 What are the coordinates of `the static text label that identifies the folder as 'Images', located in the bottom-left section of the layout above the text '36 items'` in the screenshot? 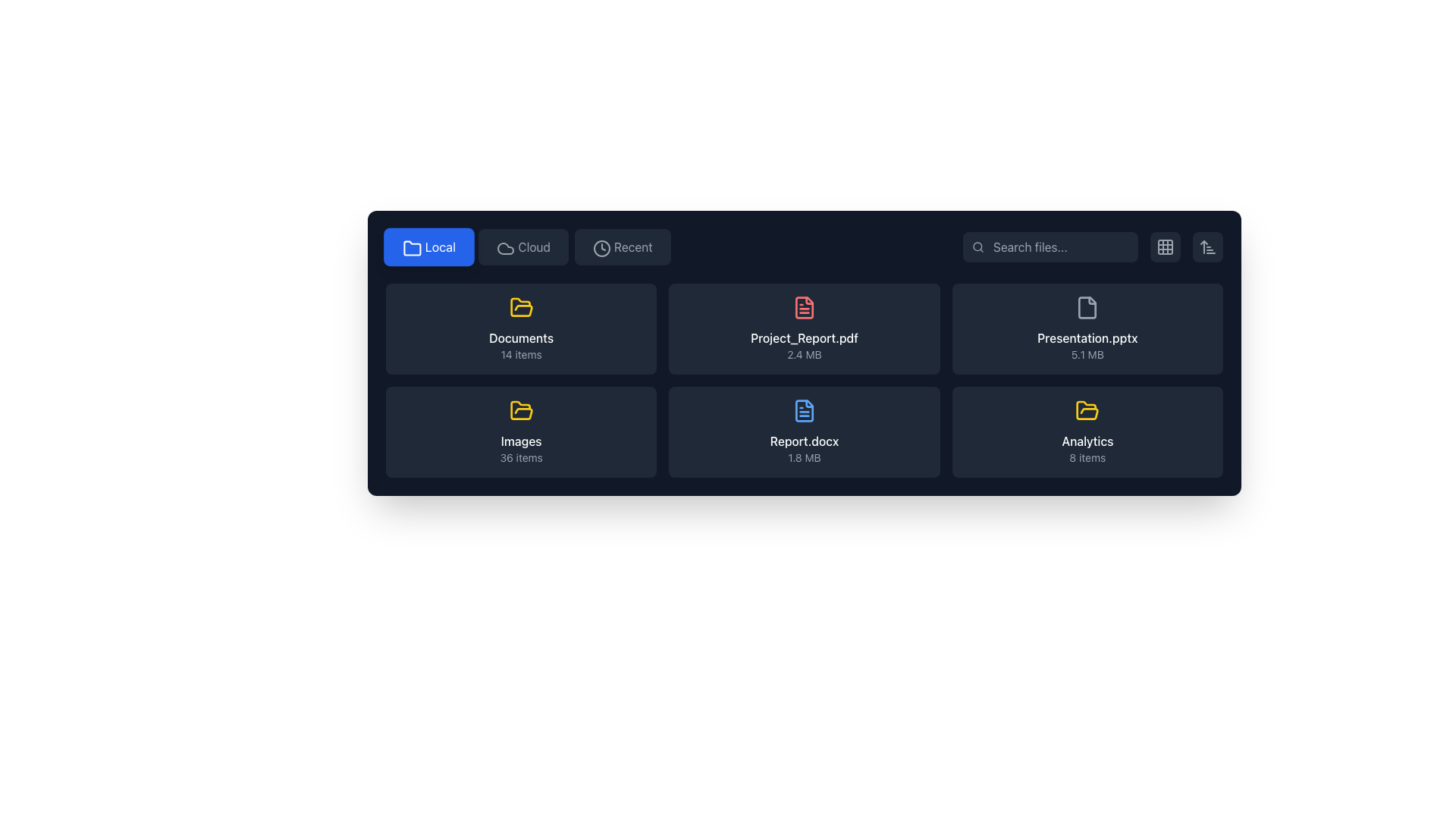 It's located at (521, 441).